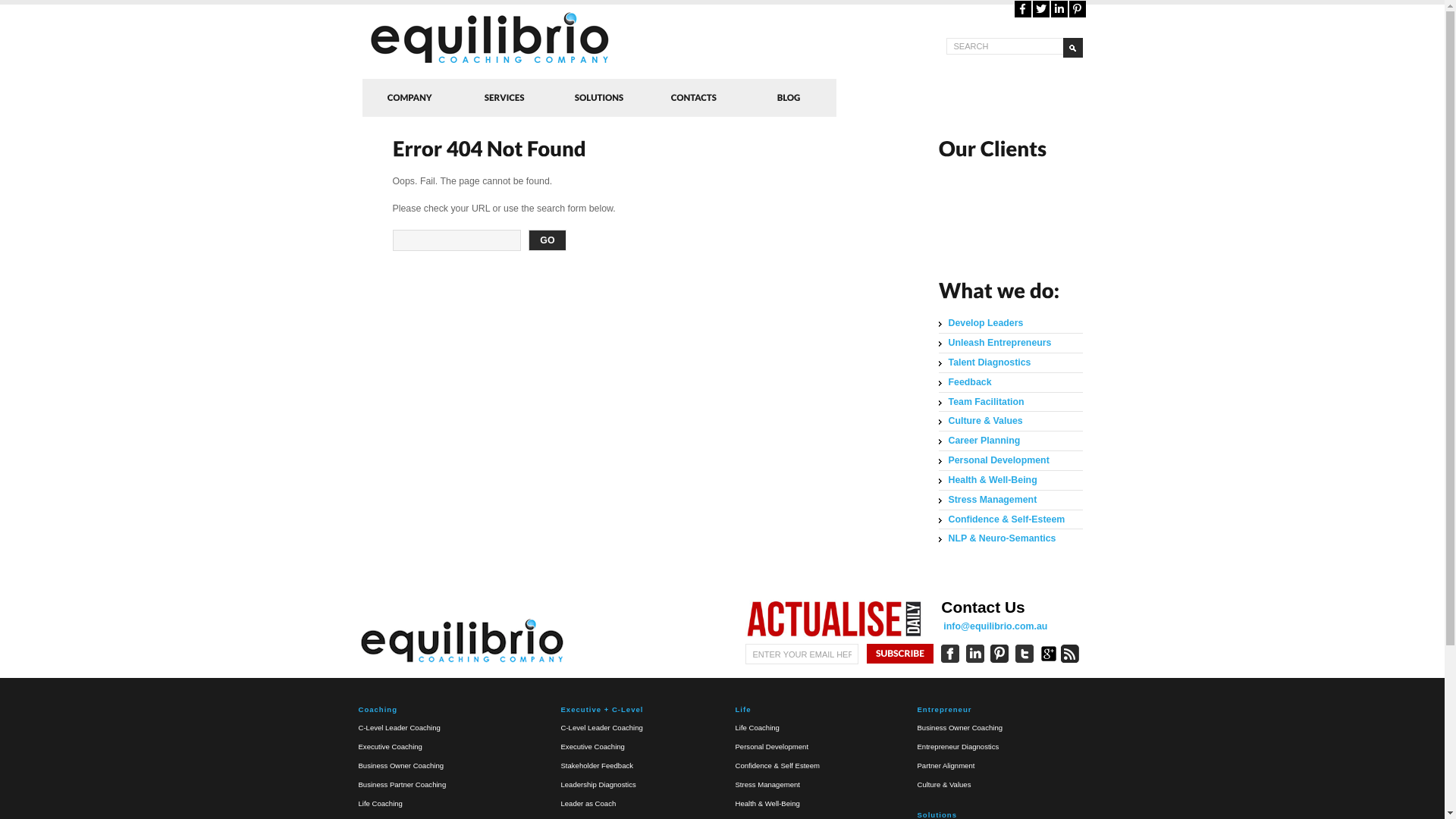 The width and height of the screenshot is (1456, 819). Describe the element at coordinates (997, 343) in the screenshot. I see `'Unleash Entrepreneurs'` at that location.